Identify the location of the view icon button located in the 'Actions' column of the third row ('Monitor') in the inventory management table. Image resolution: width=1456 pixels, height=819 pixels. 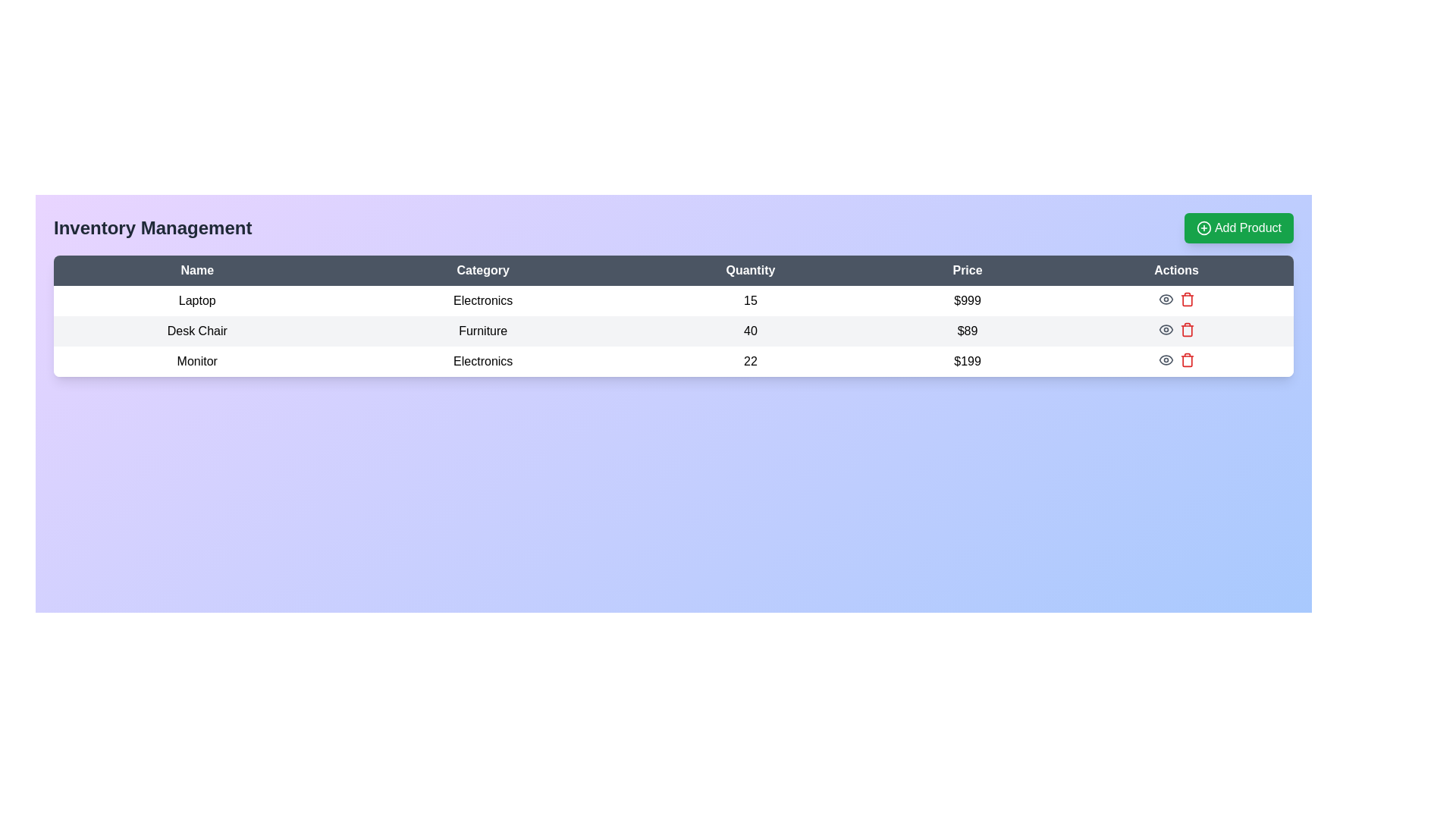
(1165, 359).